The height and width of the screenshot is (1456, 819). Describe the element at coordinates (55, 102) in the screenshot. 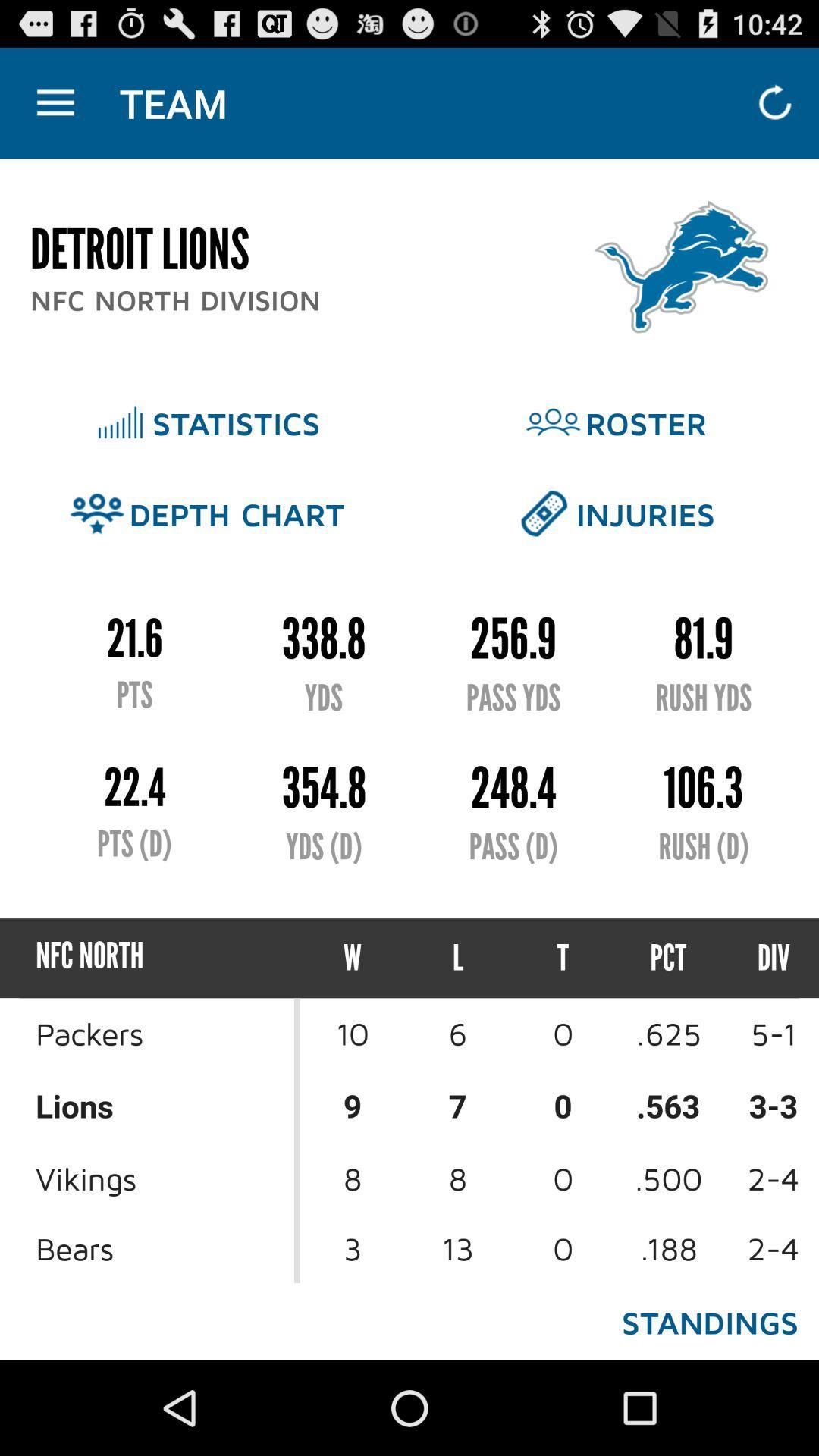

I see `the item to the left of team item` at that location.